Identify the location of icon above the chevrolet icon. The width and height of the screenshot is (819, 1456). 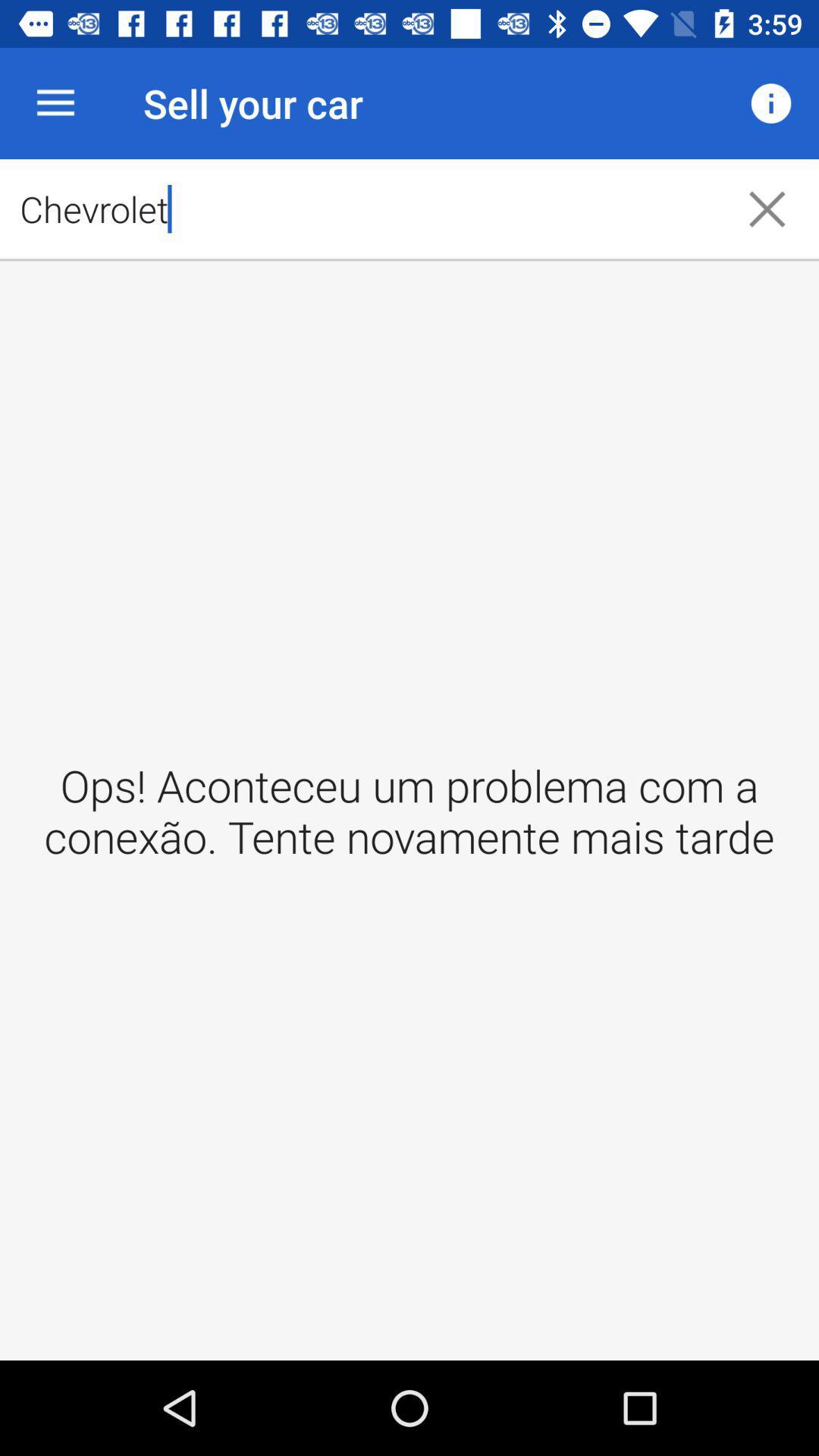
(771, 102).